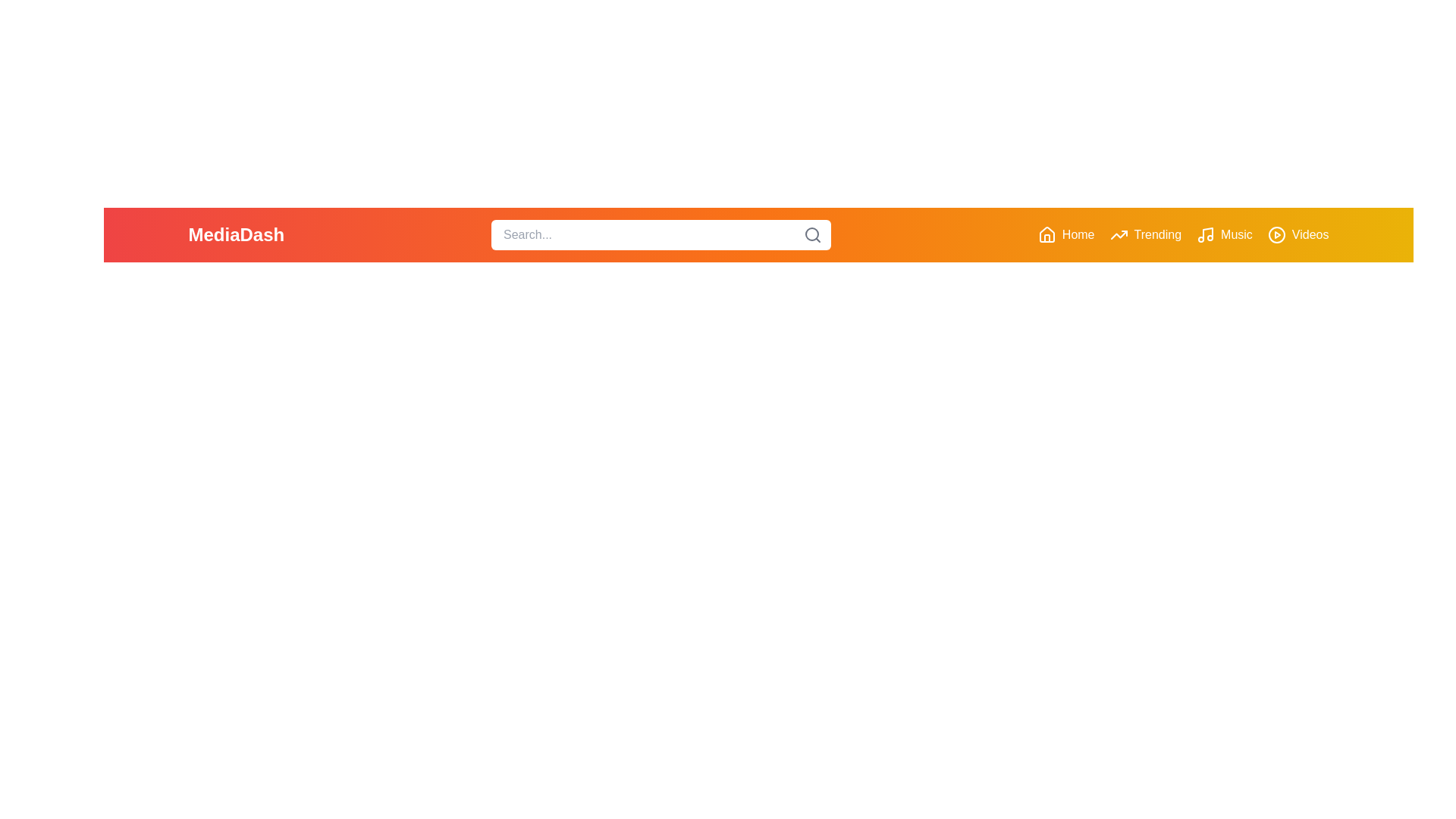 The height and width of the screenshot is (819, 1456). What do you see at coordinates (661, 234) in the screenshot?
I see `the interactive element Search Bar` at bounding box center [661, 234].